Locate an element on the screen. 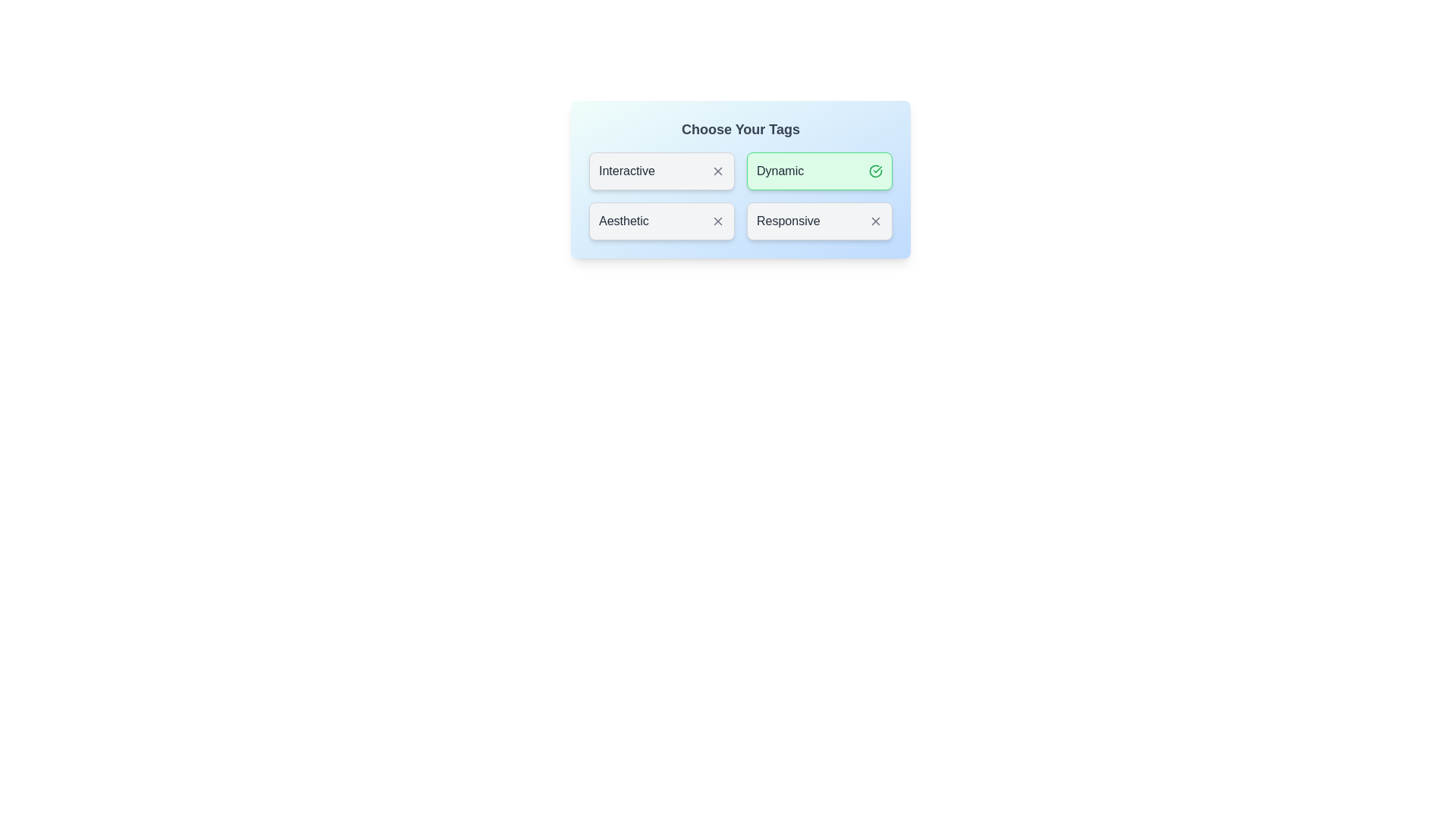 Image resolution: width=1456 pixels, height=819 pixels. the tag labeled Responsive to observe the scale effect is located at coordinates (818, 221).